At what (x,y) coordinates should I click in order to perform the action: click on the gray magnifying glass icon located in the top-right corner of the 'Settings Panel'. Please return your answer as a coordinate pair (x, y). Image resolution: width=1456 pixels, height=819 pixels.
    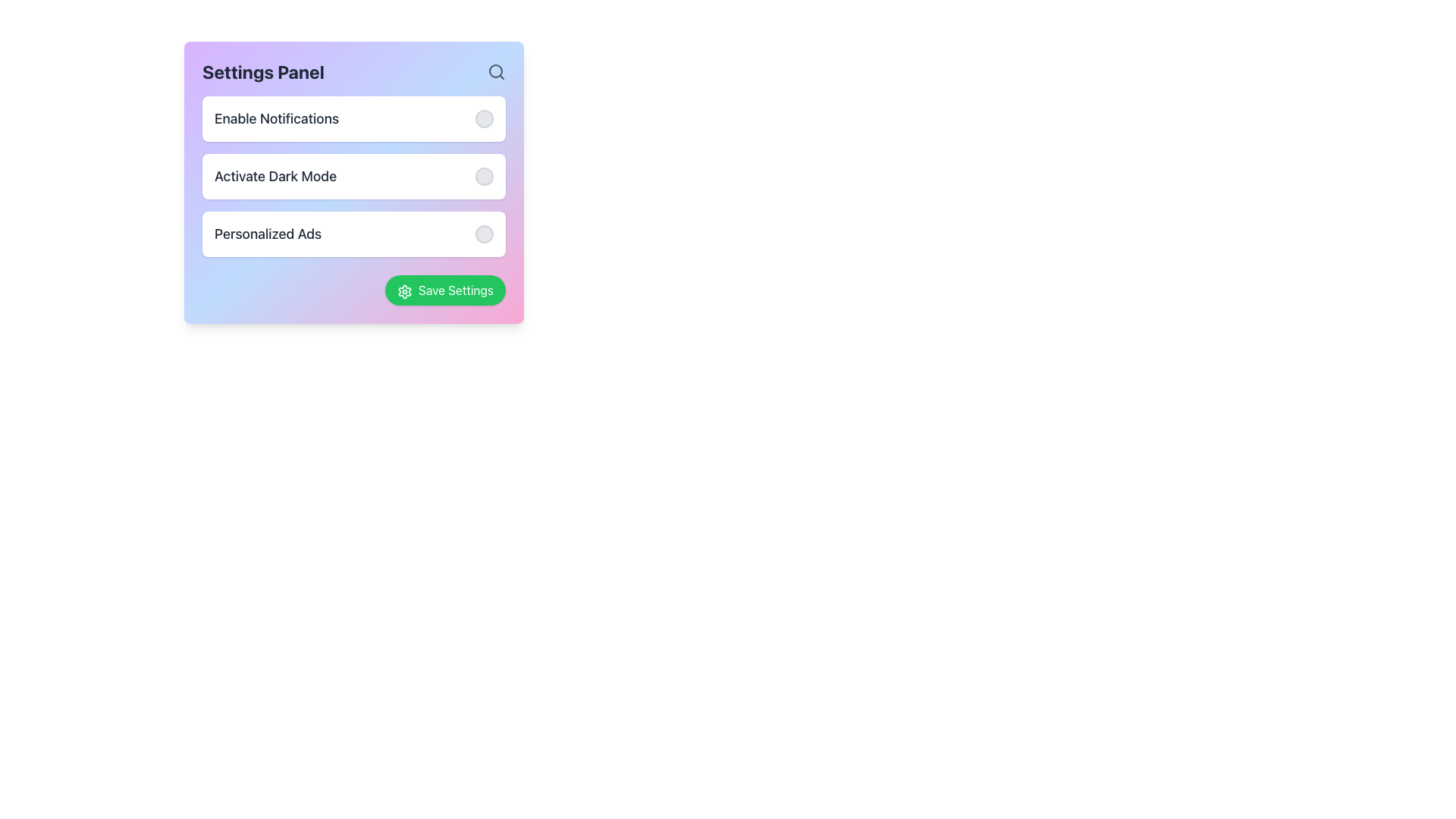
    Looking at the image, I should click on (496, 72).